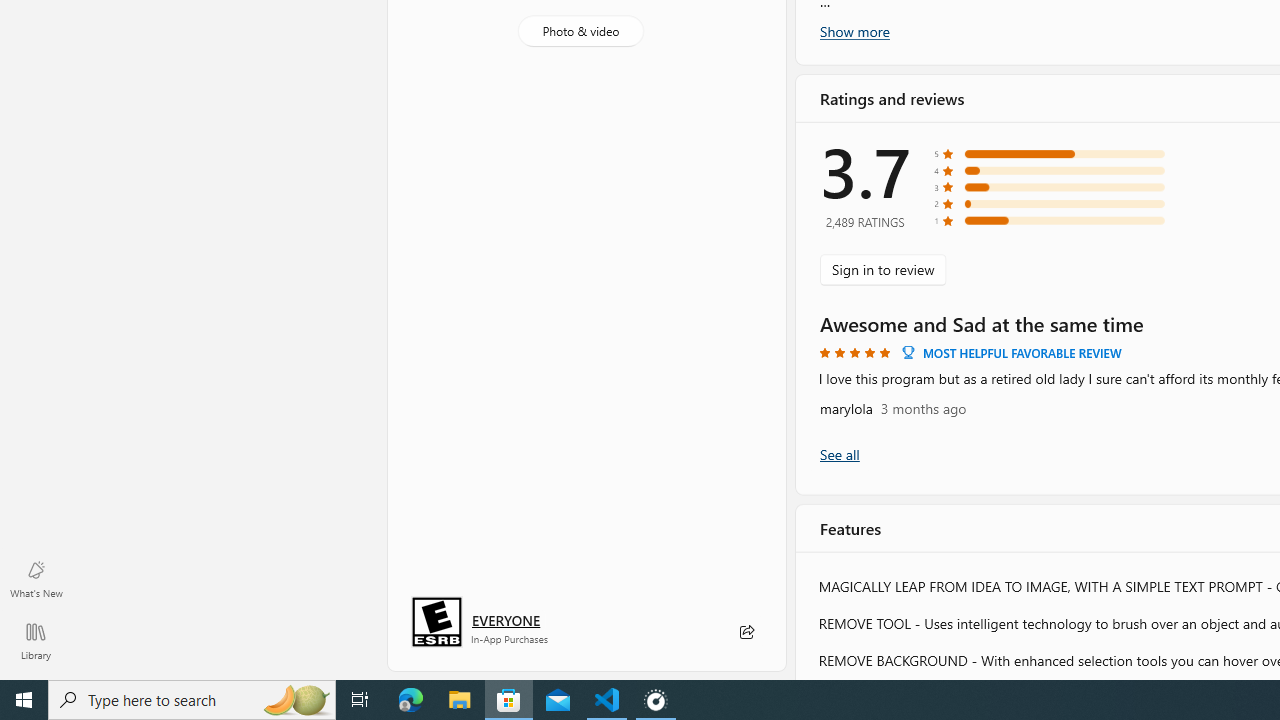  Describe the element at coordinates (578, 30) in the screenshot. I see `'Photo & video'` at that location.